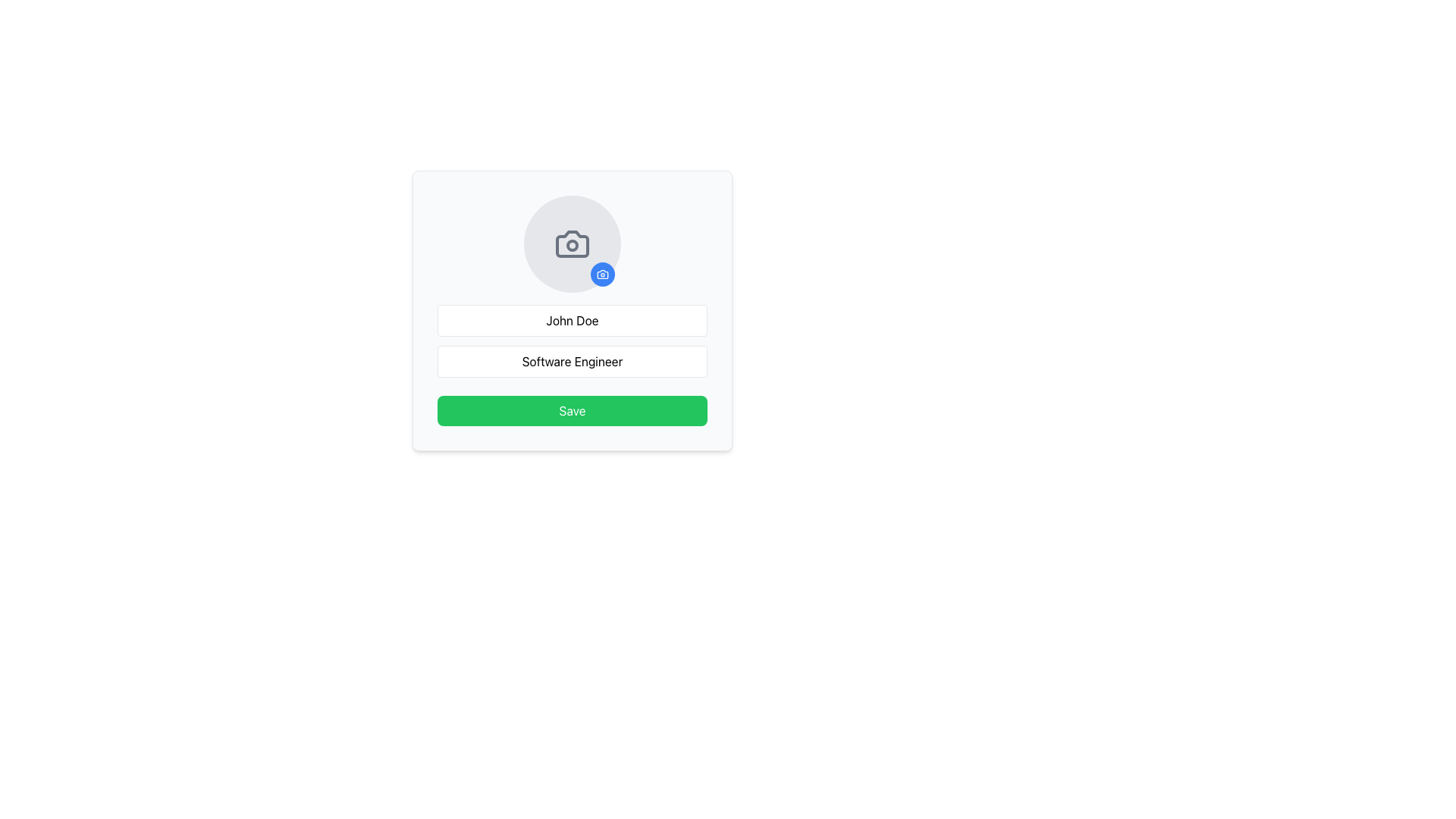 The width and height of the screenshot is (1456, 819). Describe the element at coordinates (571, 243) in the screenshot. I see `the center of the camera-shaped icon located at the upper section of the profile edit card, which is above the text fields for 'John Doe' and 'Software Engineer'` at that location.